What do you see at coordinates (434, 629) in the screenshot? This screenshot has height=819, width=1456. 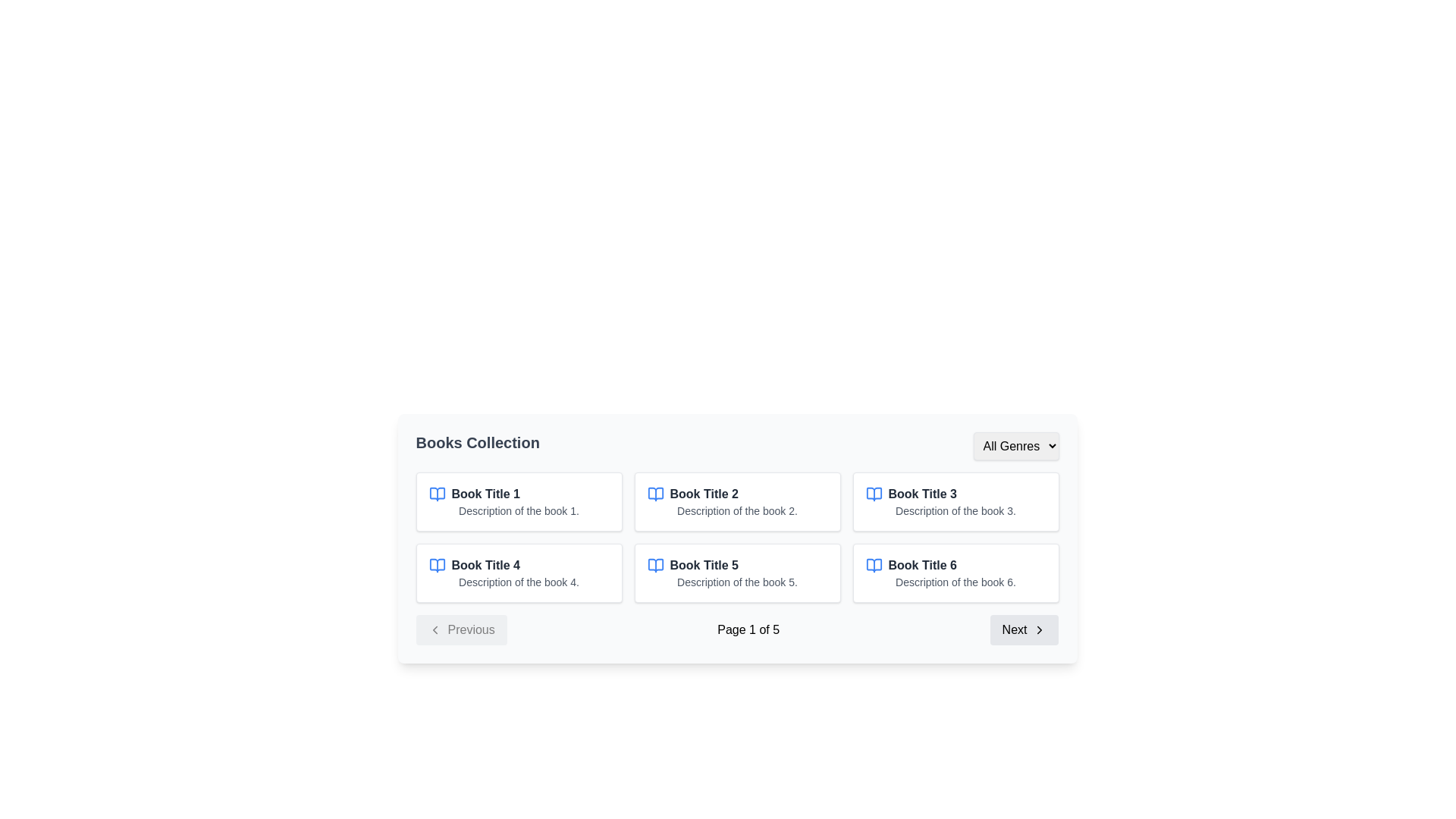 I see `the Chevron-Left icon located in the bottom-left section of the interface` at bounding box center [434, 629].